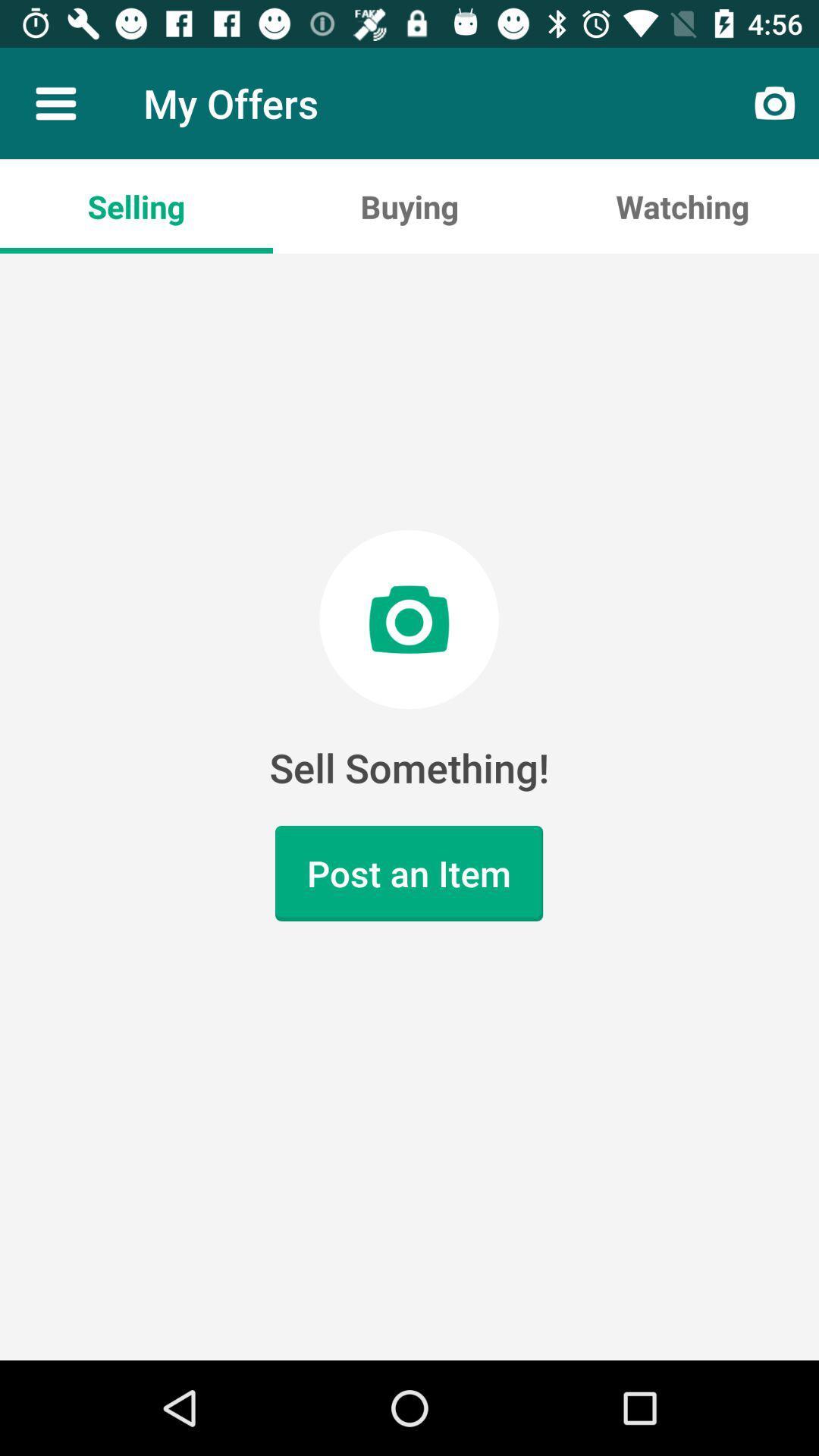 This screenshot has height=1456, width=819. I want to click on watching app, so click(681, 206).